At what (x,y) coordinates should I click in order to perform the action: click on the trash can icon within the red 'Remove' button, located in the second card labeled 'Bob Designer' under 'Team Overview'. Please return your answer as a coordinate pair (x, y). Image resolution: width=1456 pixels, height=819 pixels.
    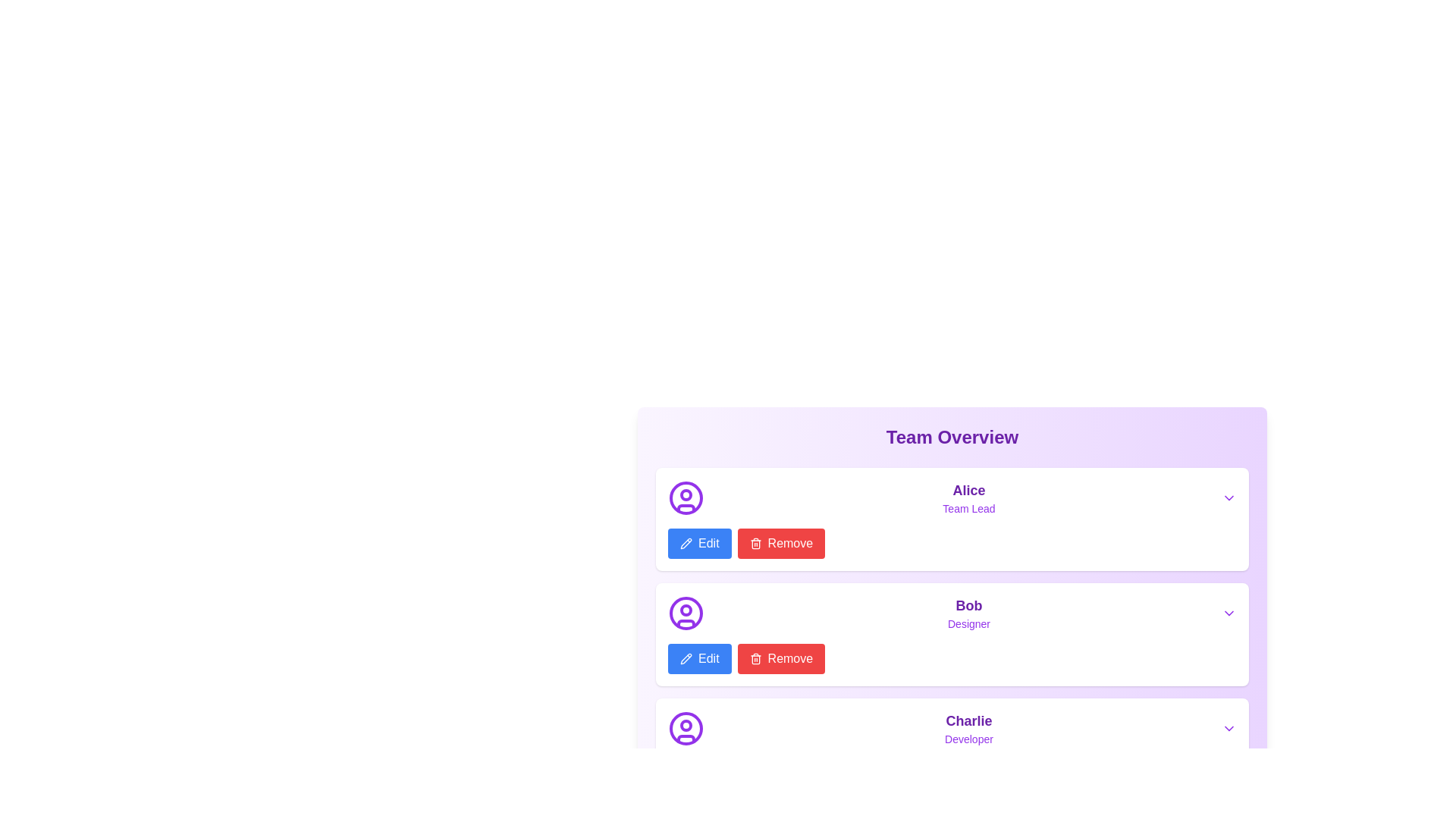
    Looking at the image, I should click on (755, 657).